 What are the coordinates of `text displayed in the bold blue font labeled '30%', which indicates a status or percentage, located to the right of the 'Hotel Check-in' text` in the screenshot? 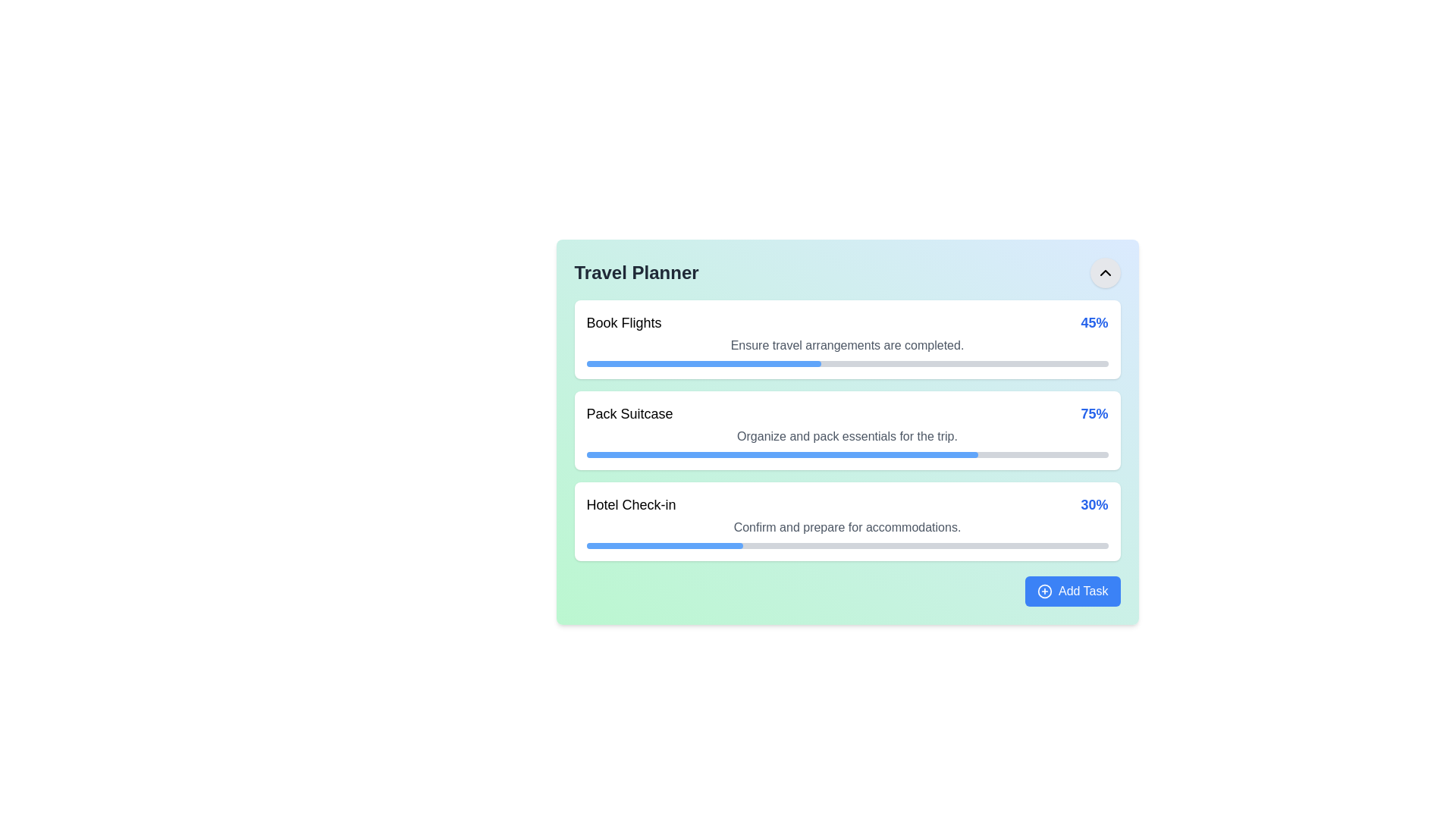 It's located at (1094, 505).